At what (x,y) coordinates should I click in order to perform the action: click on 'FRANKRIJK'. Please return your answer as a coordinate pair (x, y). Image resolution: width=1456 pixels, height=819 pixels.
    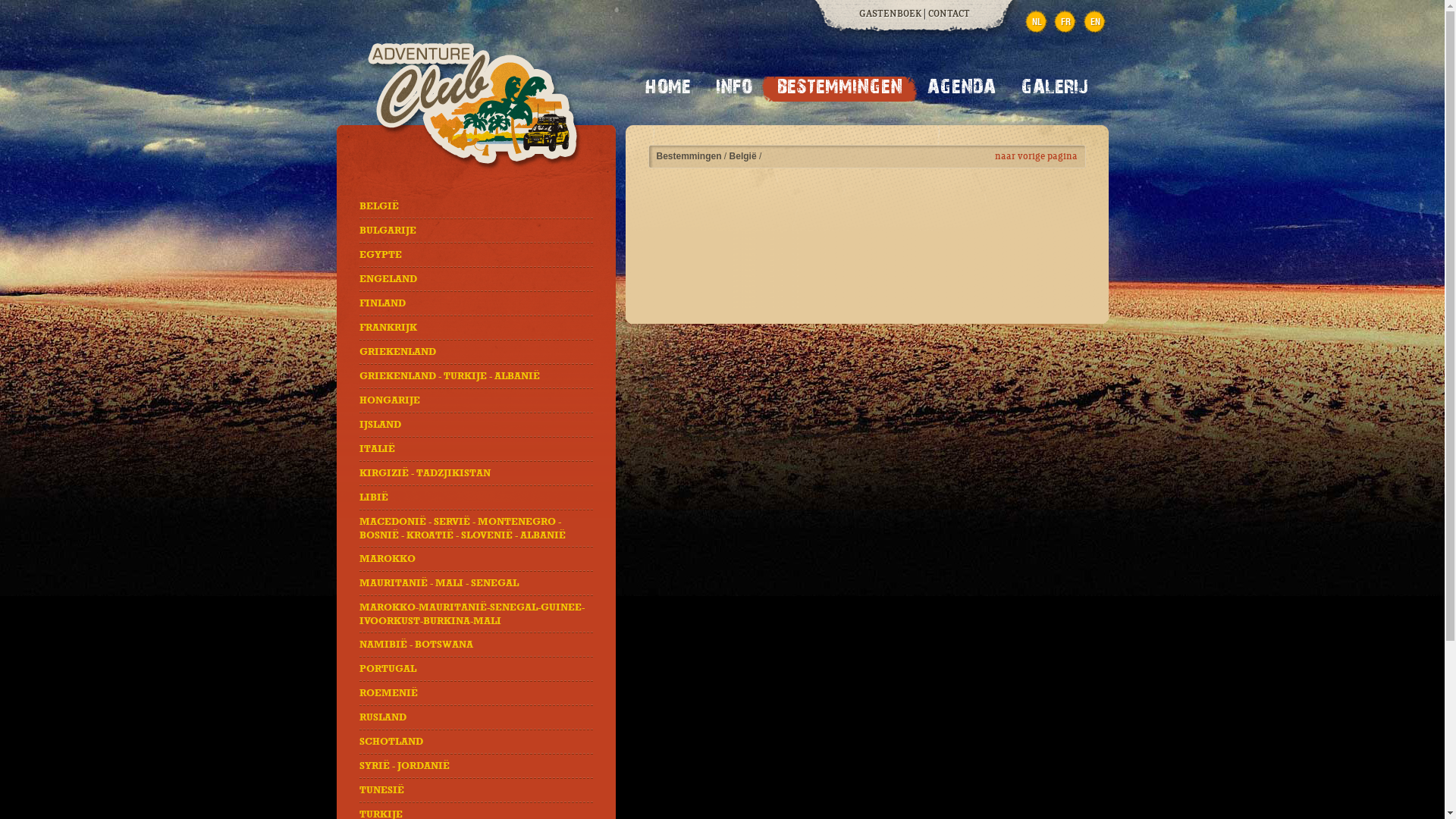
    Looking at the image, I should click on (388, 327).